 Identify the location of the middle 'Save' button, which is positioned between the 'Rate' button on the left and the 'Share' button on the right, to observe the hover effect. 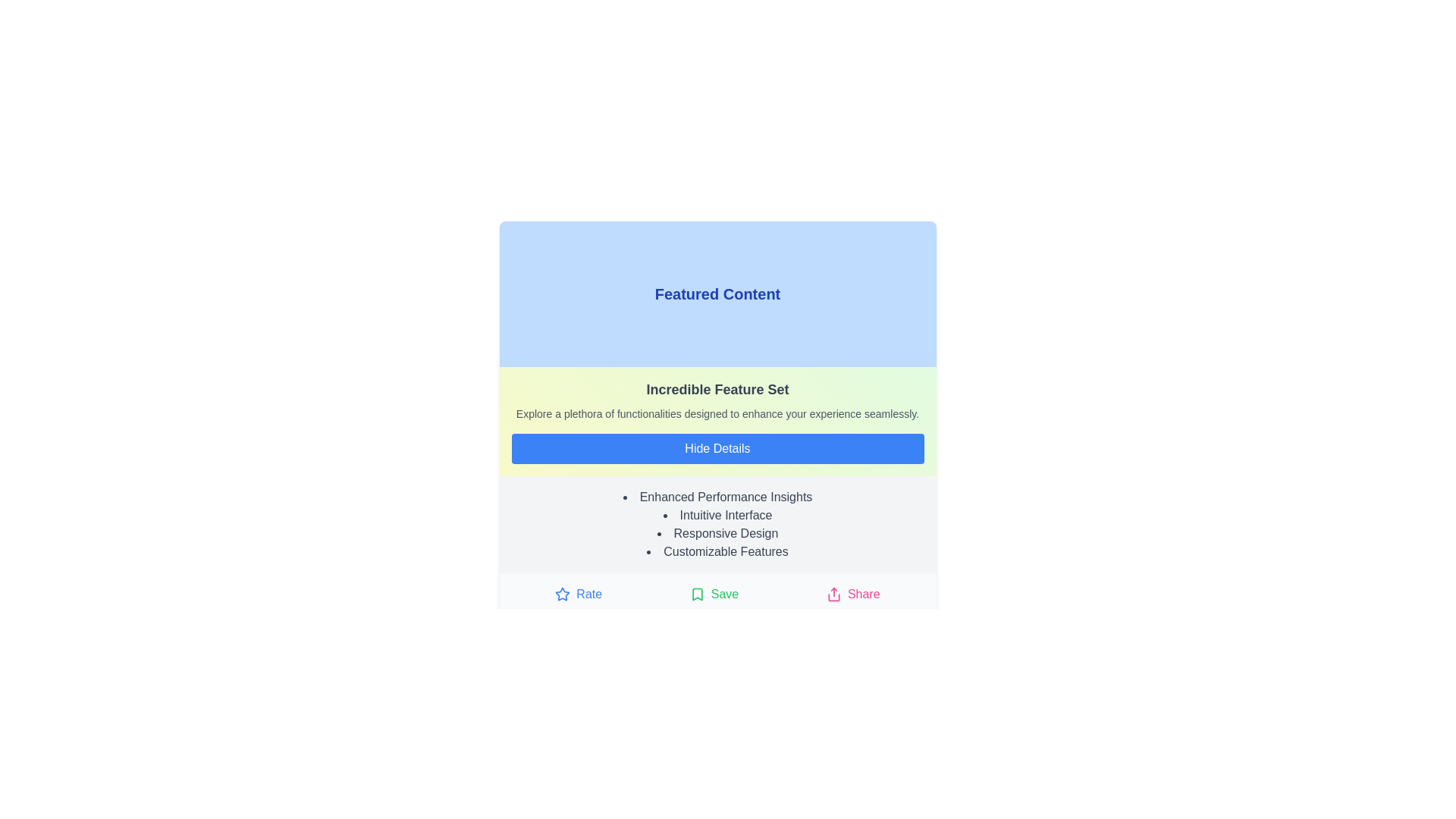
(713, 593).